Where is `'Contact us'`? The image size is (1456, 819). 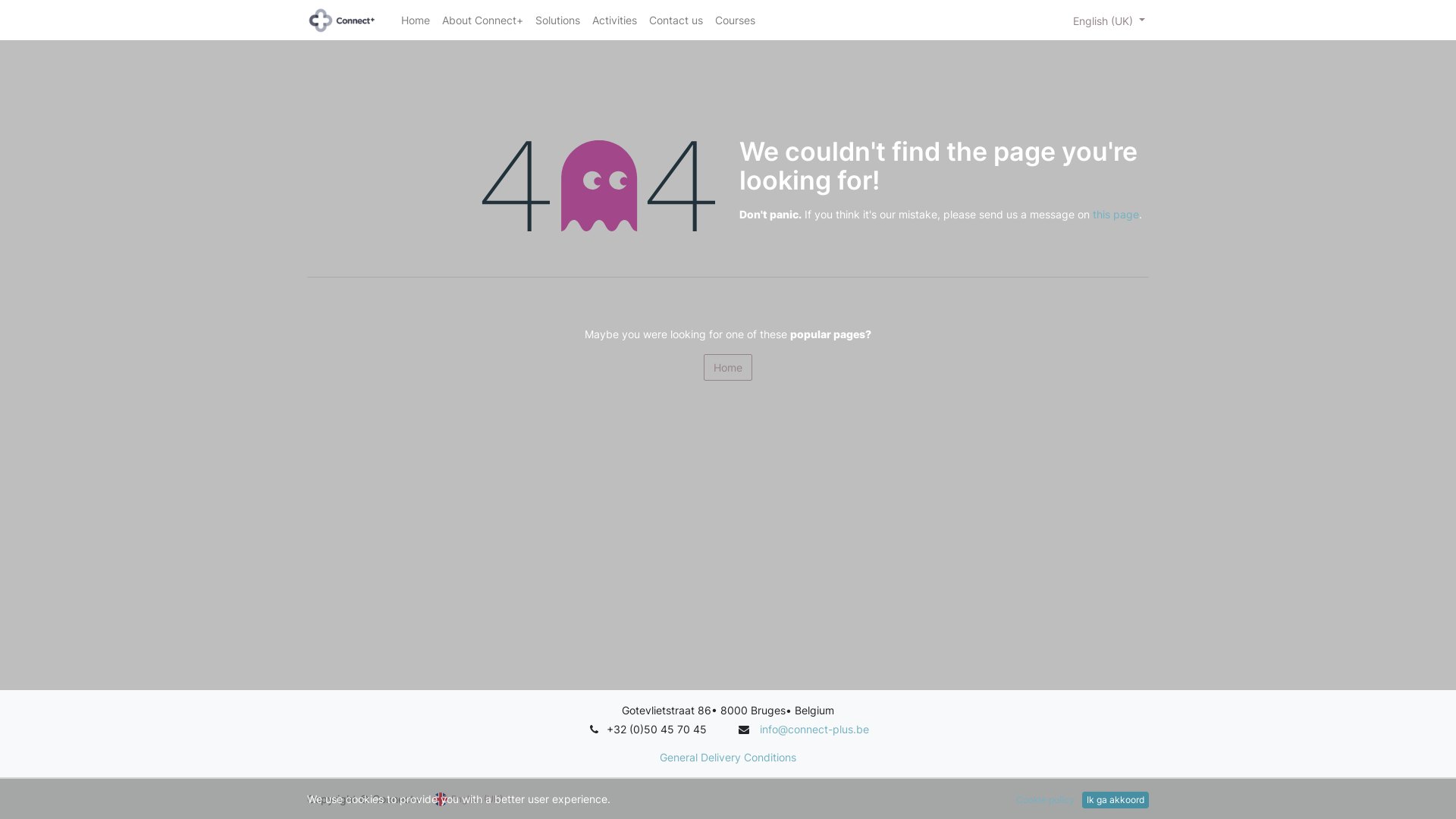 'Contact us' is located at coordinates (675, 20).